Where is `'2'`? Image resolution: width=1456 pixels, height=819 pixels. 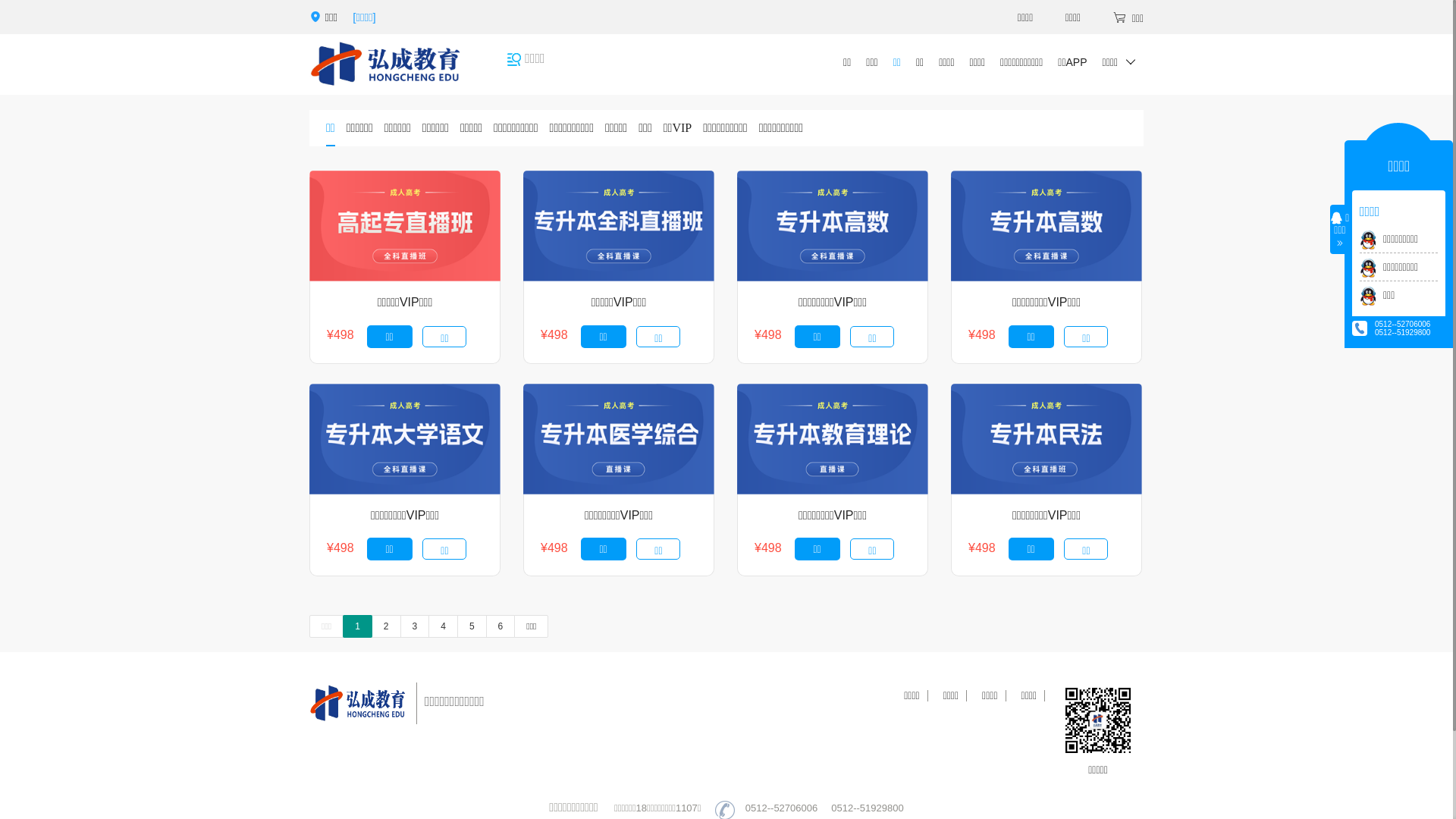
'2' is located at coordinates (386, 626).